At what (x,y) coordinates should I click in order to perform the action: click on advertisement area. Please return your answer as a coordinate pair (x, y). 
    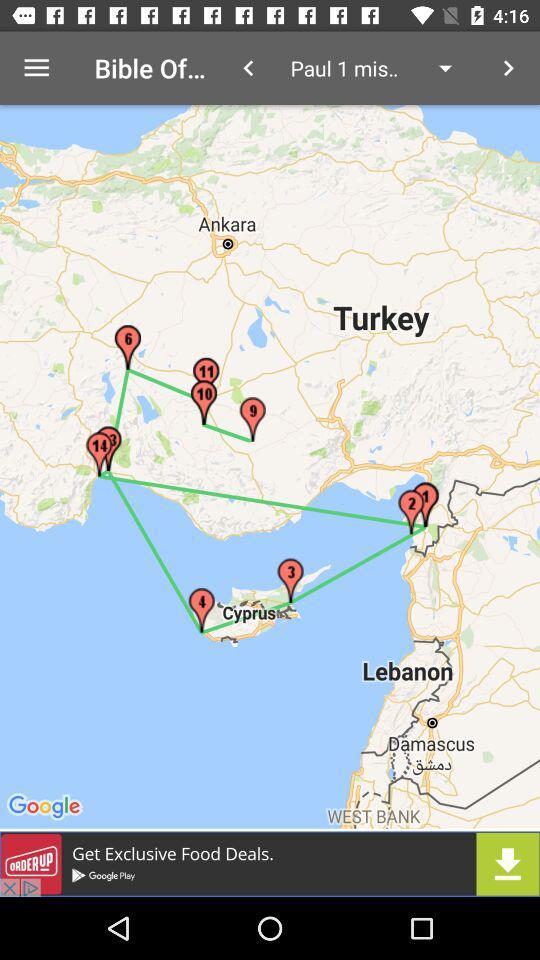
    Looking at the image, I should click on (270, 863).